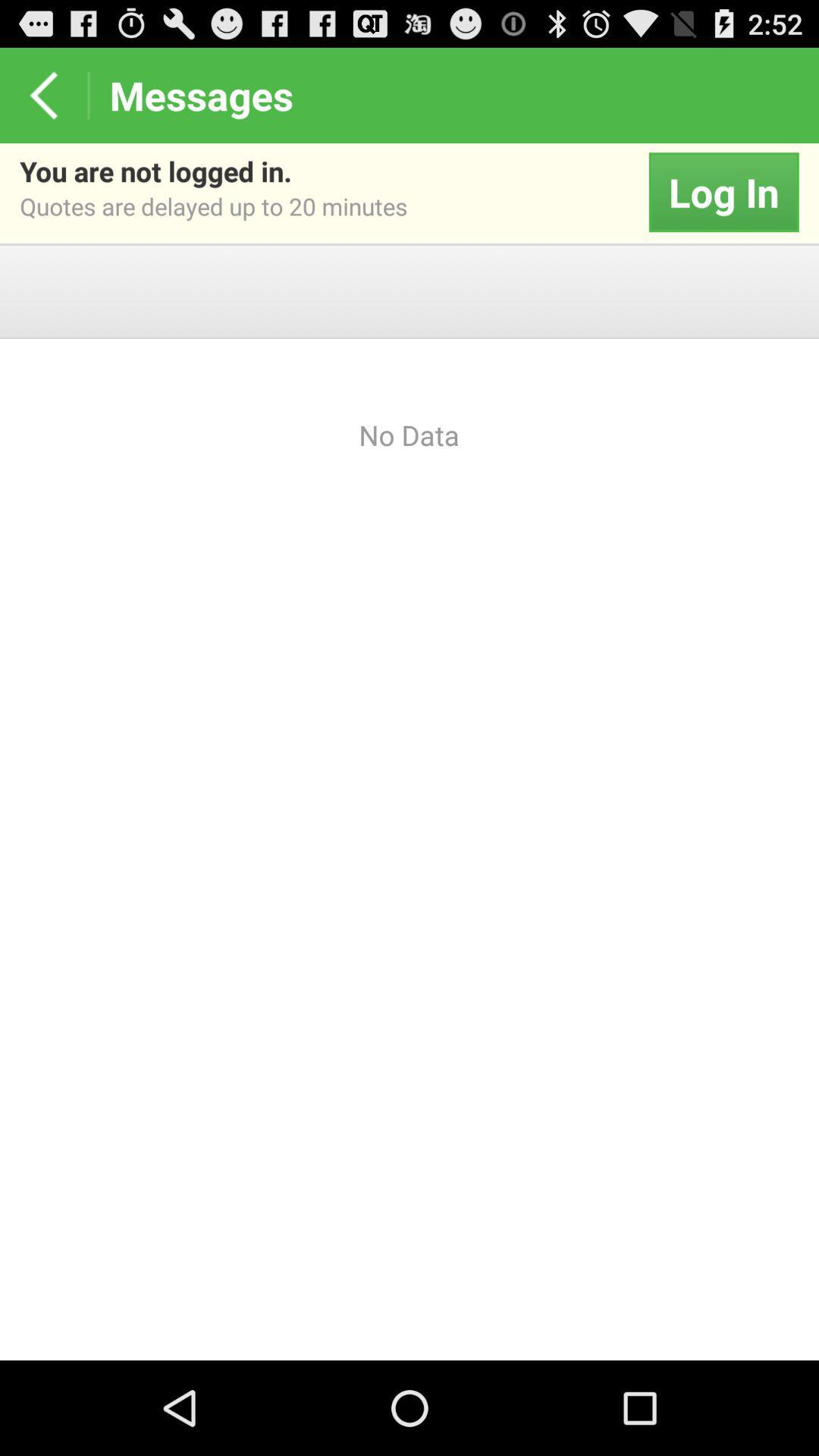 The height and width of the screenshot is (1456, 819). Describe the element at coordinates (42, 101) in the screenshot. I see `the arrow_backward icon` at that location.